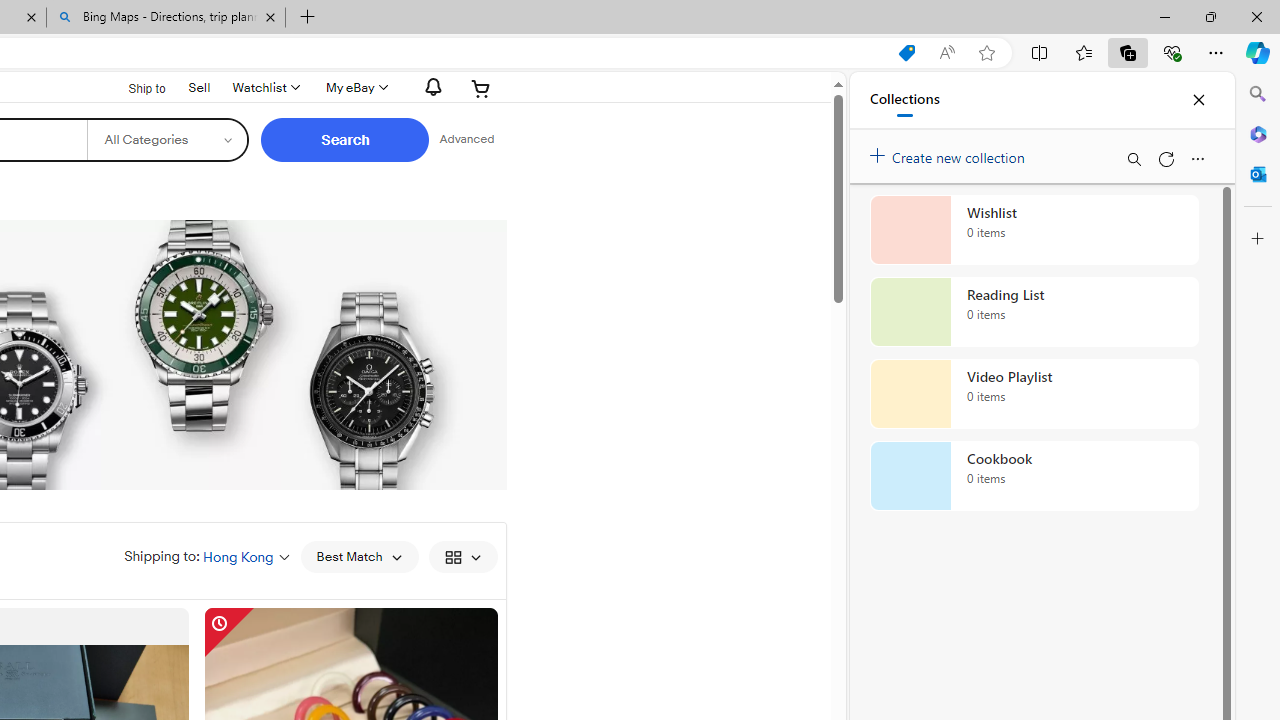 This screenshot has width=1280, height=720. I want to click on 'Advanced Search', so click(466, 139).